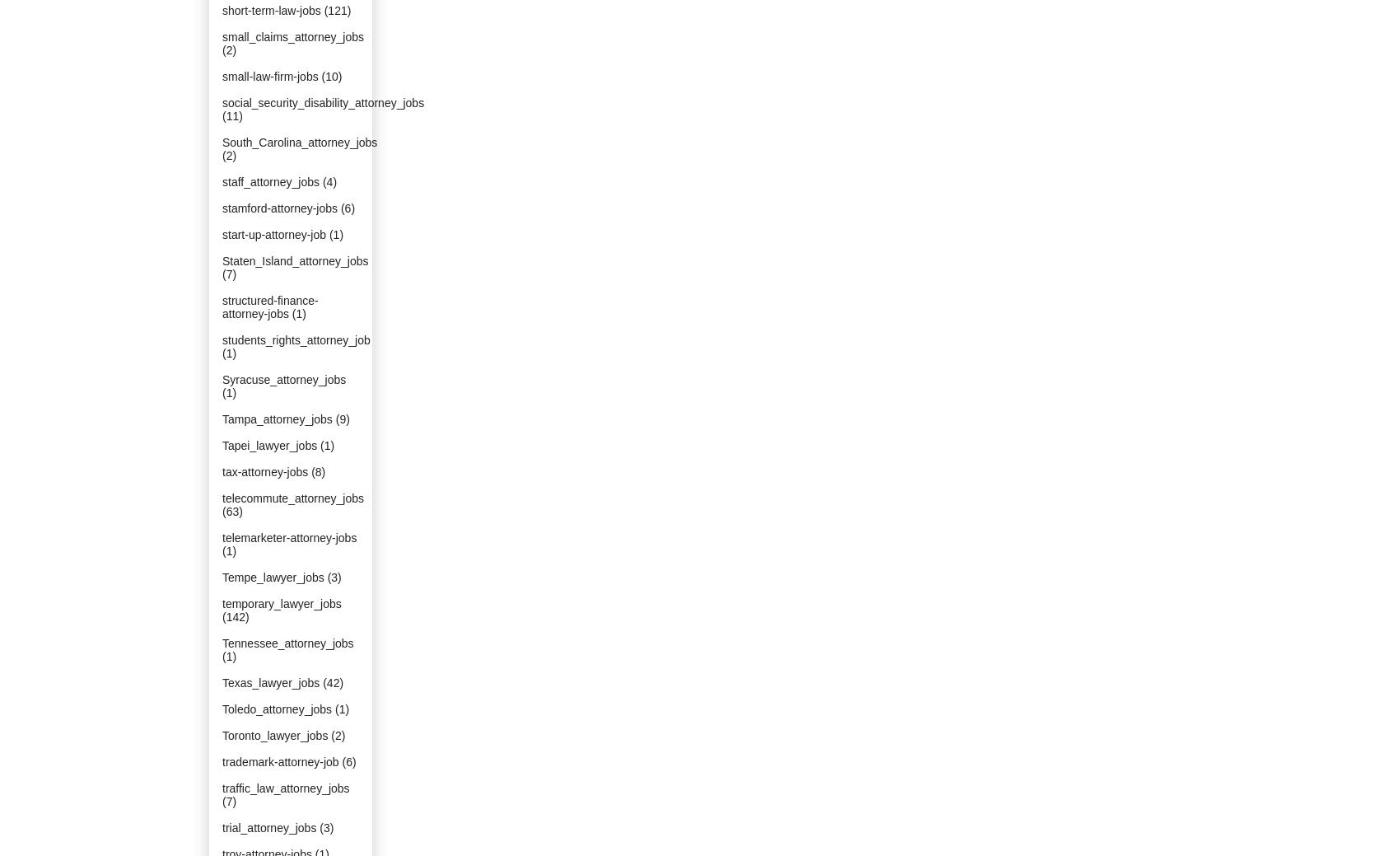 The image size is (1400, 856). What do you see at coordinates (264, 472) in the screenshot?
I see `'tax-attorney-jobs'` at bounding box center [264, 472].